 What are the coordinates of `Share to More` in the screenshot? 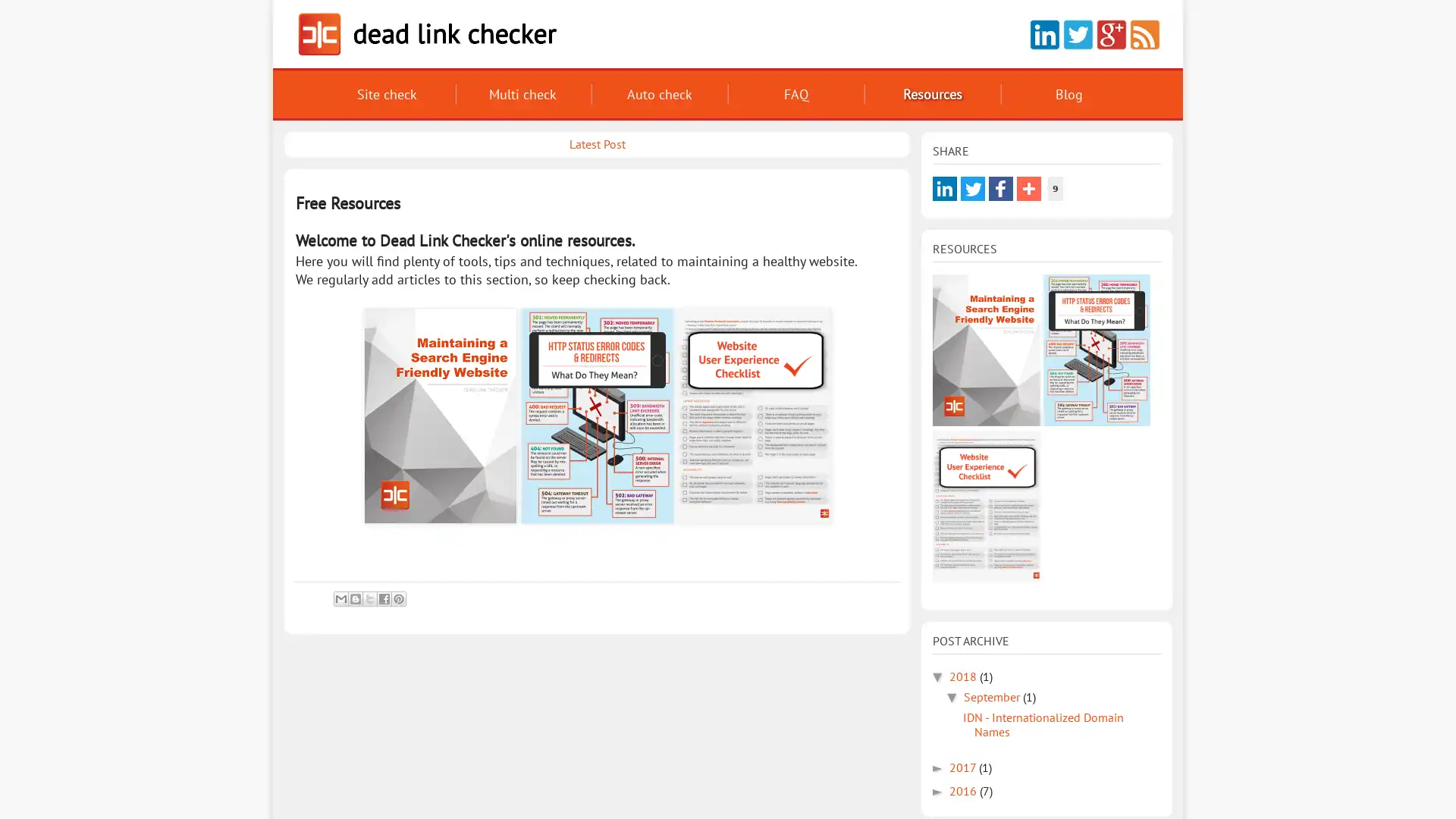 It's located at (1029, 188).